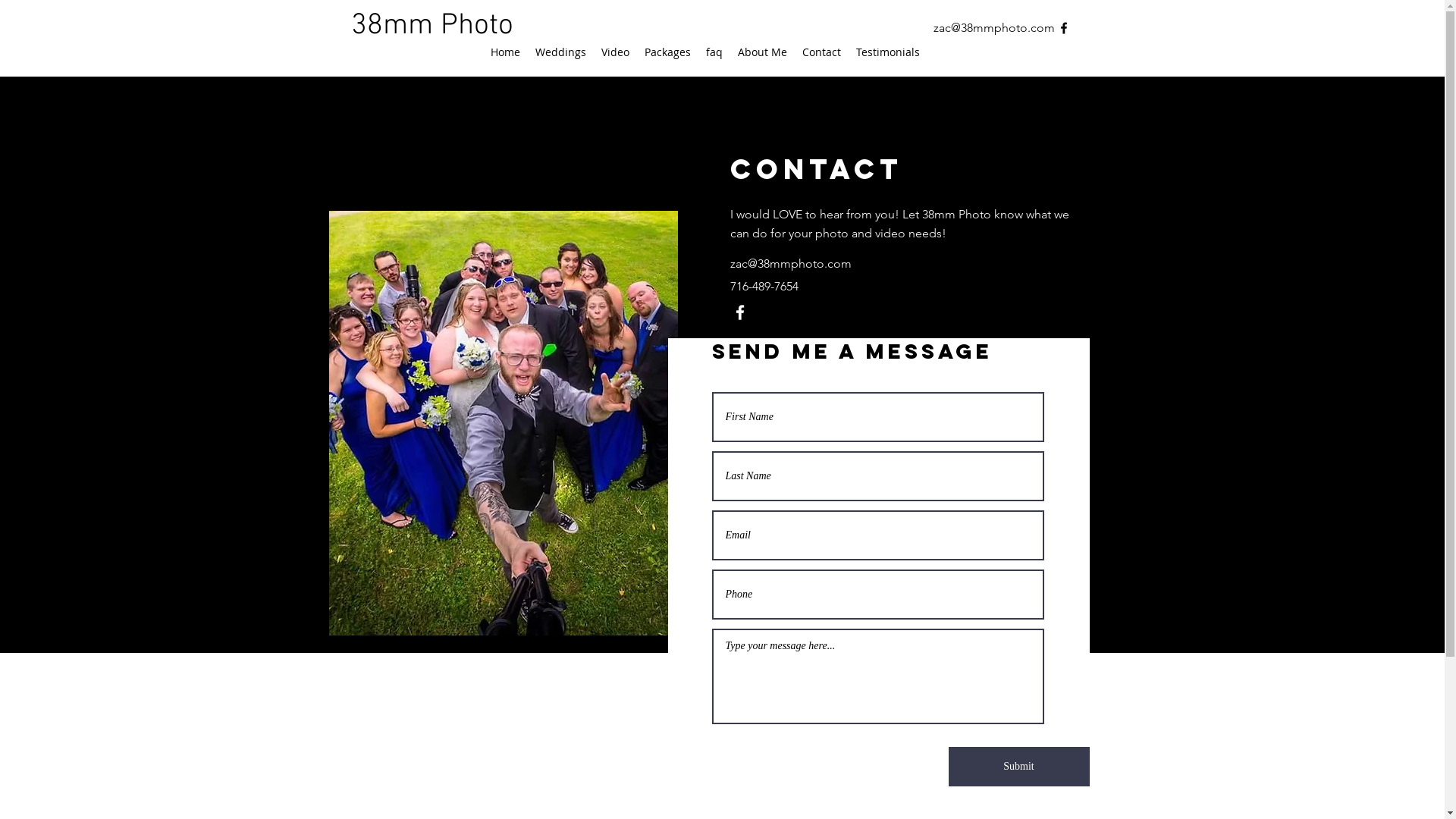 Image resolution: width=1456 pixels, height=819 pixels. What do you see at coordinates (761, 52) in the screenshot?
I see `'About Me'` at bounding box center [761, 52].